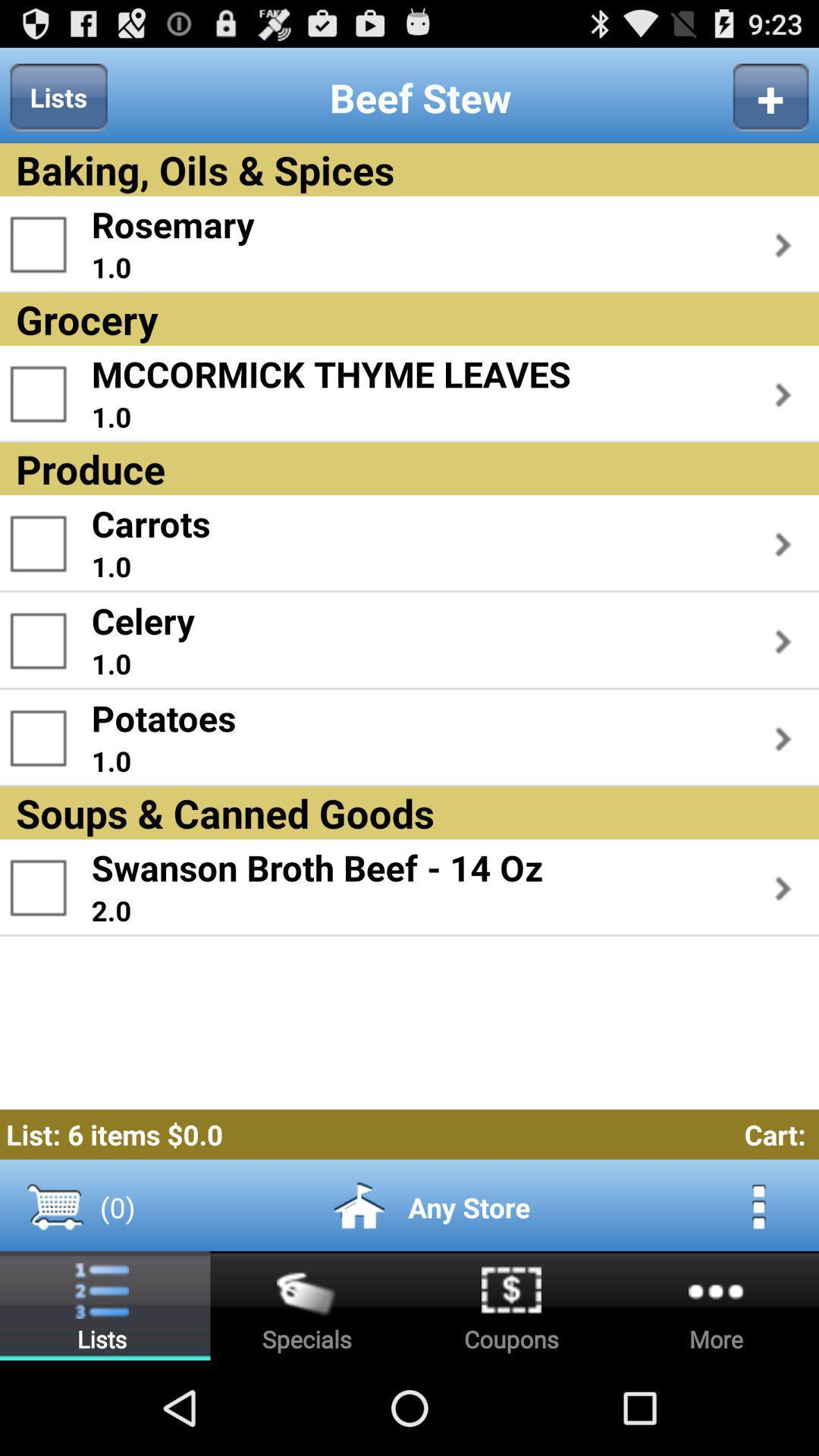 The image size is (819, 1456). Describe the element at coordinates (359, 1291) in the screenshot. I see `the home icon` at that location.